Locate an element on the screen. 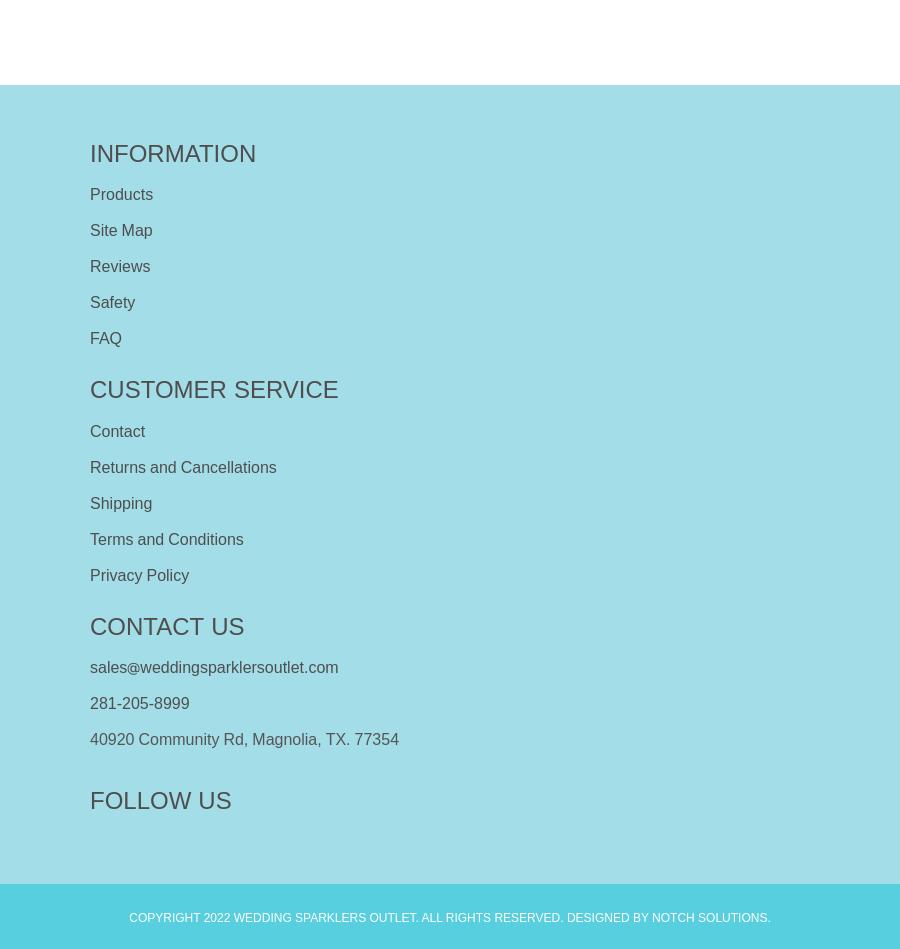 This screenshot has height=949, width=900. 'Products' is located at coordinates (89, 192).